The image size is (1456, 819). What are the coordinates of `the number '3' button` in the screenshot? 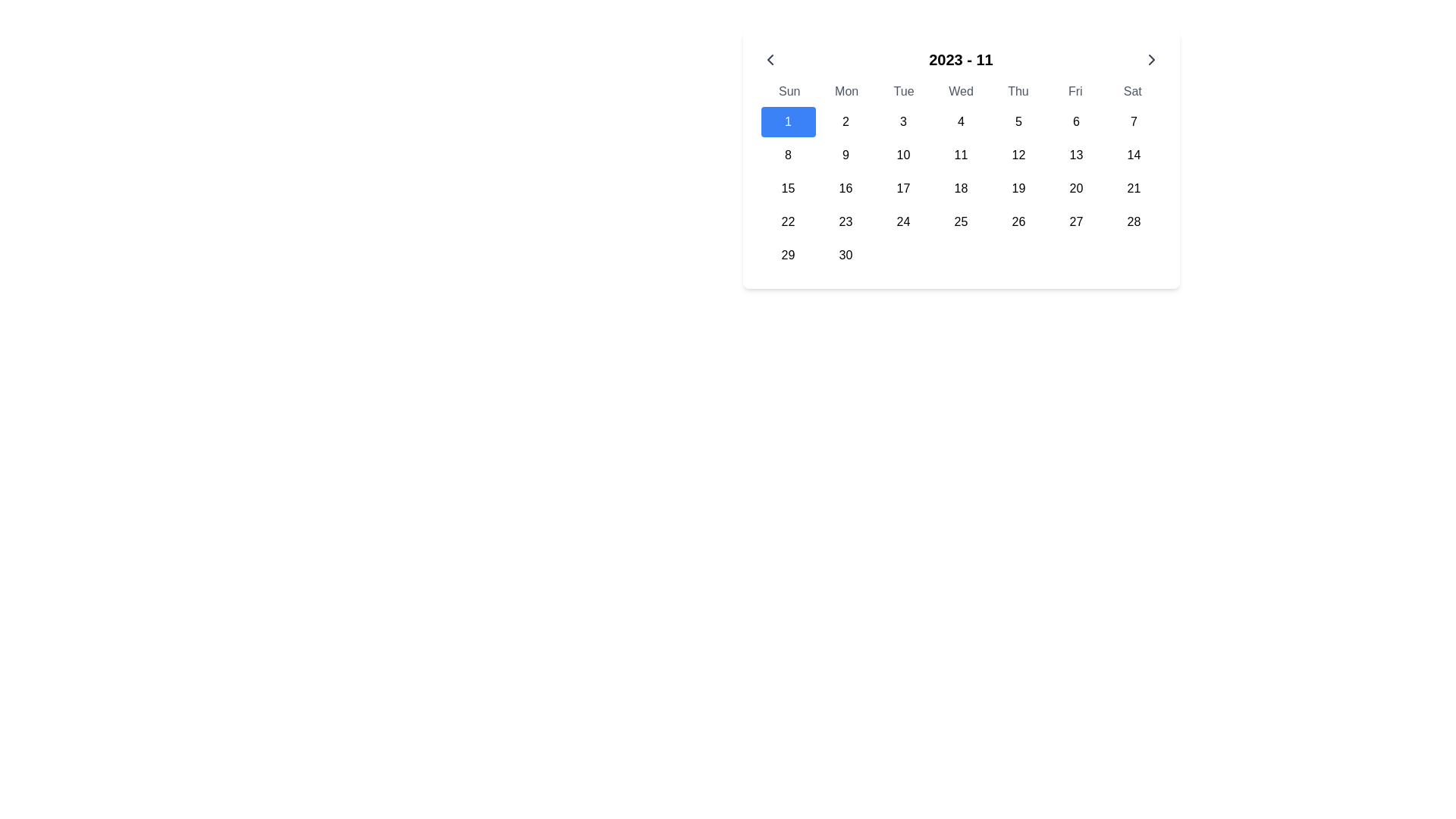 It's located at (903, 121).